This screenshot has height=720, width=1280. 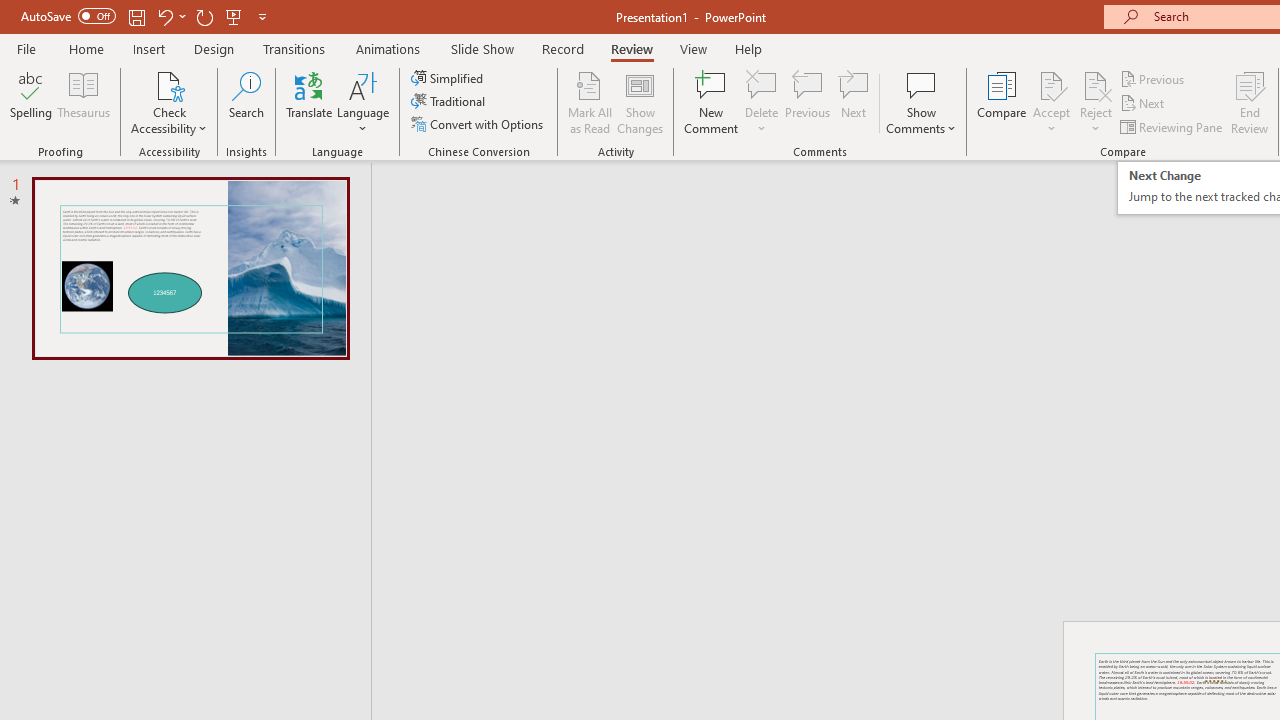 What do you see at coordinates (448, 101) in the screenshot?
I see `'Traditional'` at bounding box center [448, 101].